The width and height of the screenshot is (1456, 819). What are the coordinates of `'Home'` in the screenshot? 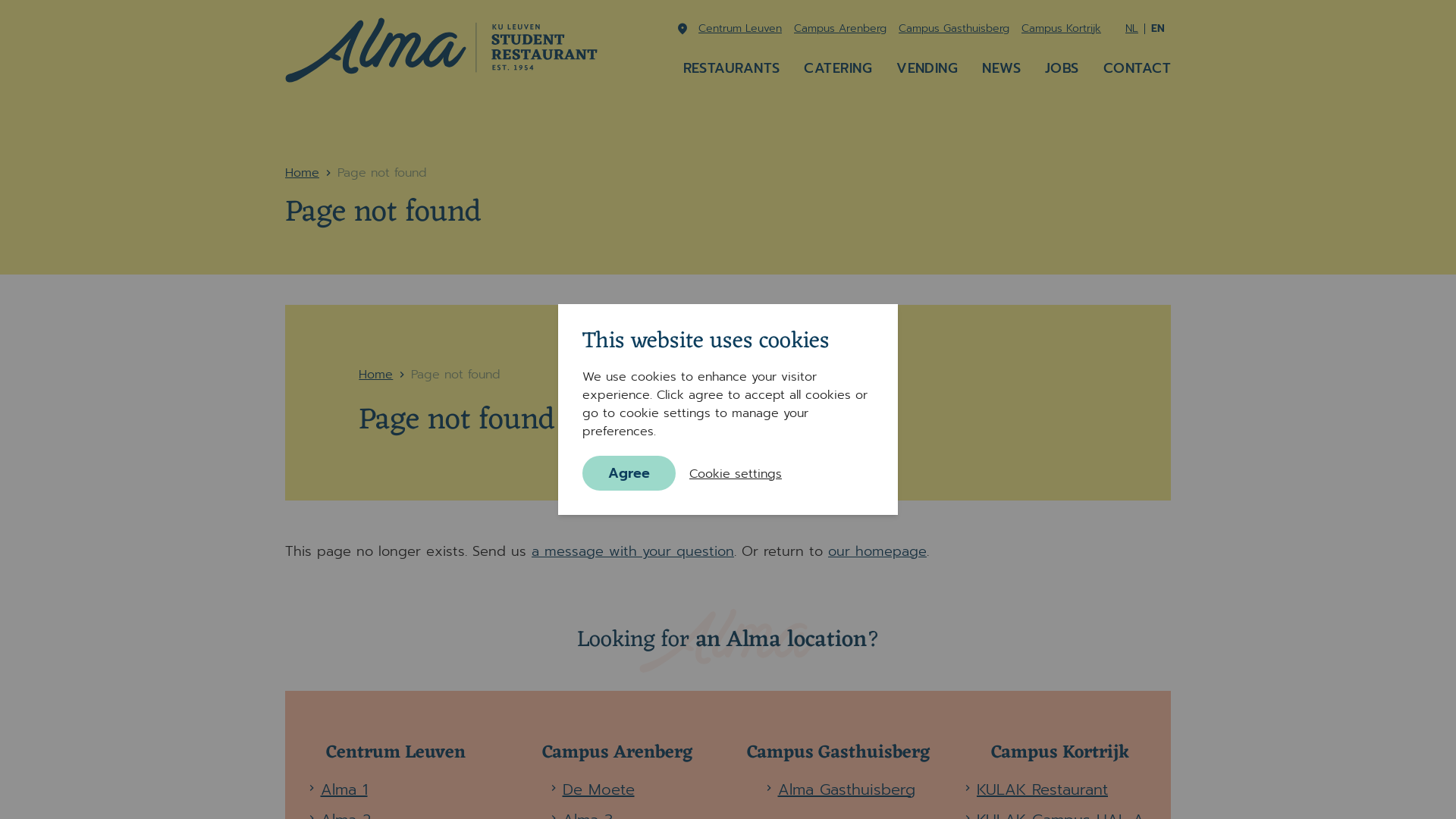 It's located at (302, 171).